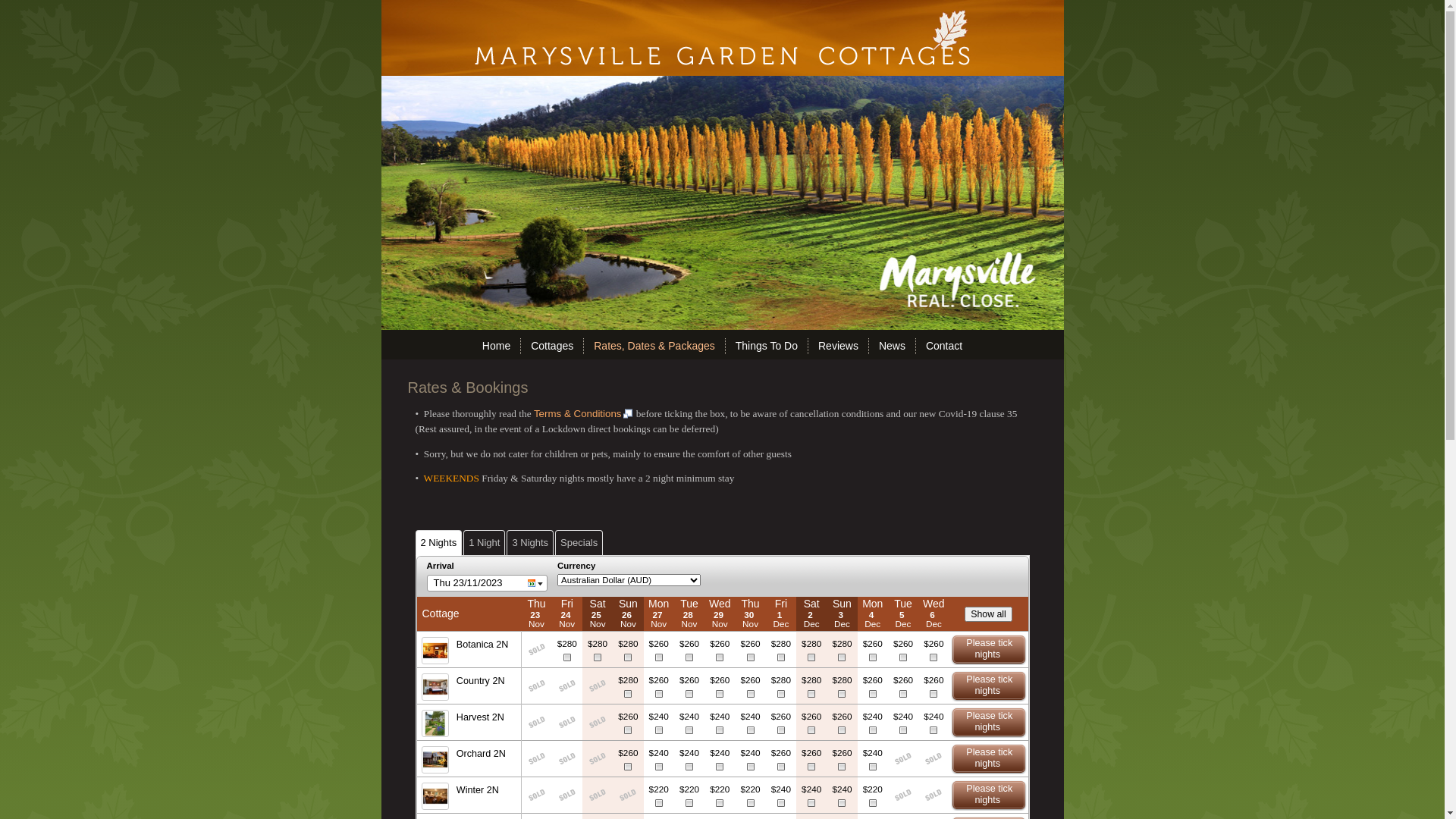 This screenshot has height=819, width=1456. I want to click on '1 Night', so click(483, 542).